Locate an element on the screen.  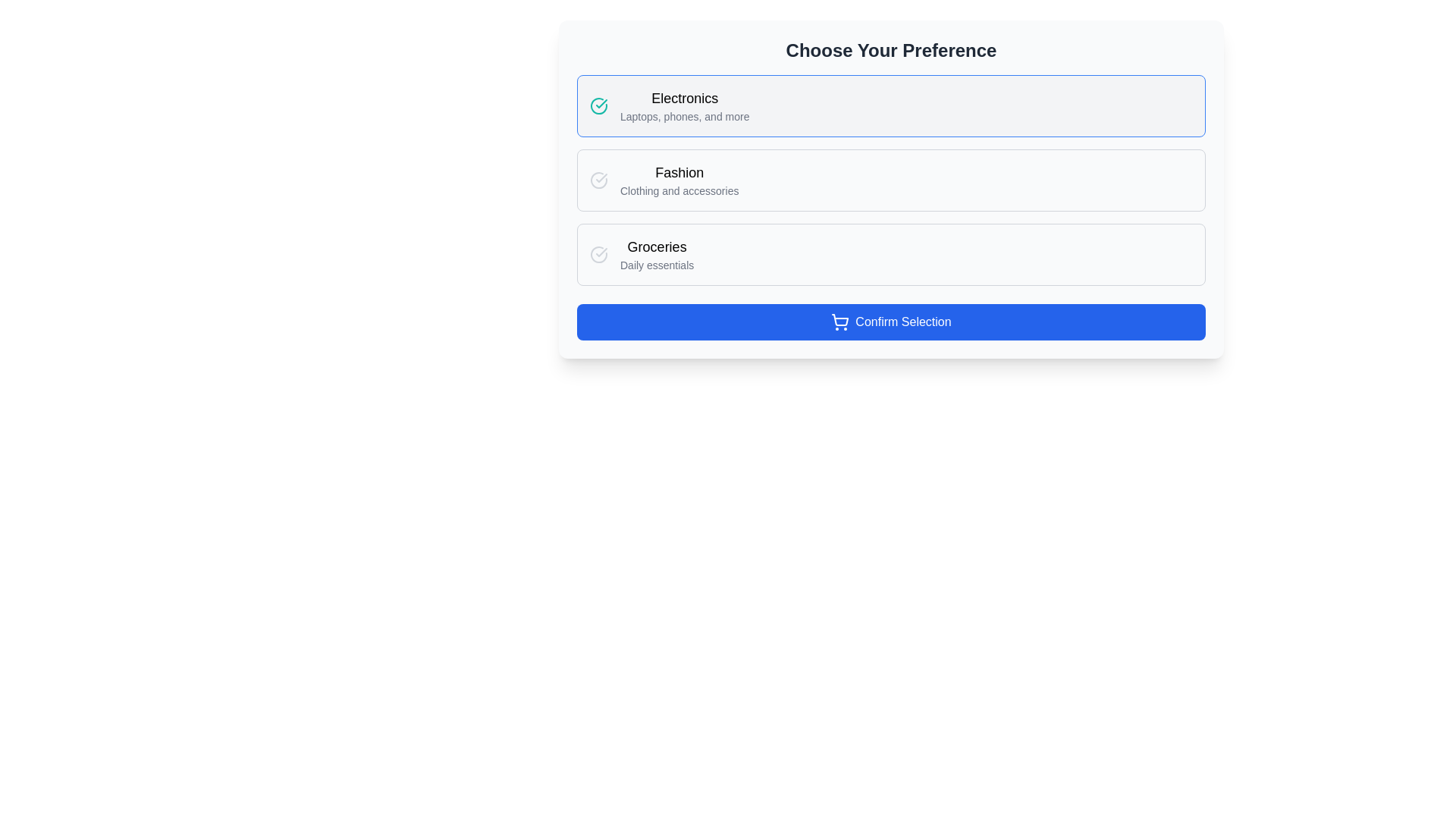
keyboard navigation is located at coordinates (679, 180).